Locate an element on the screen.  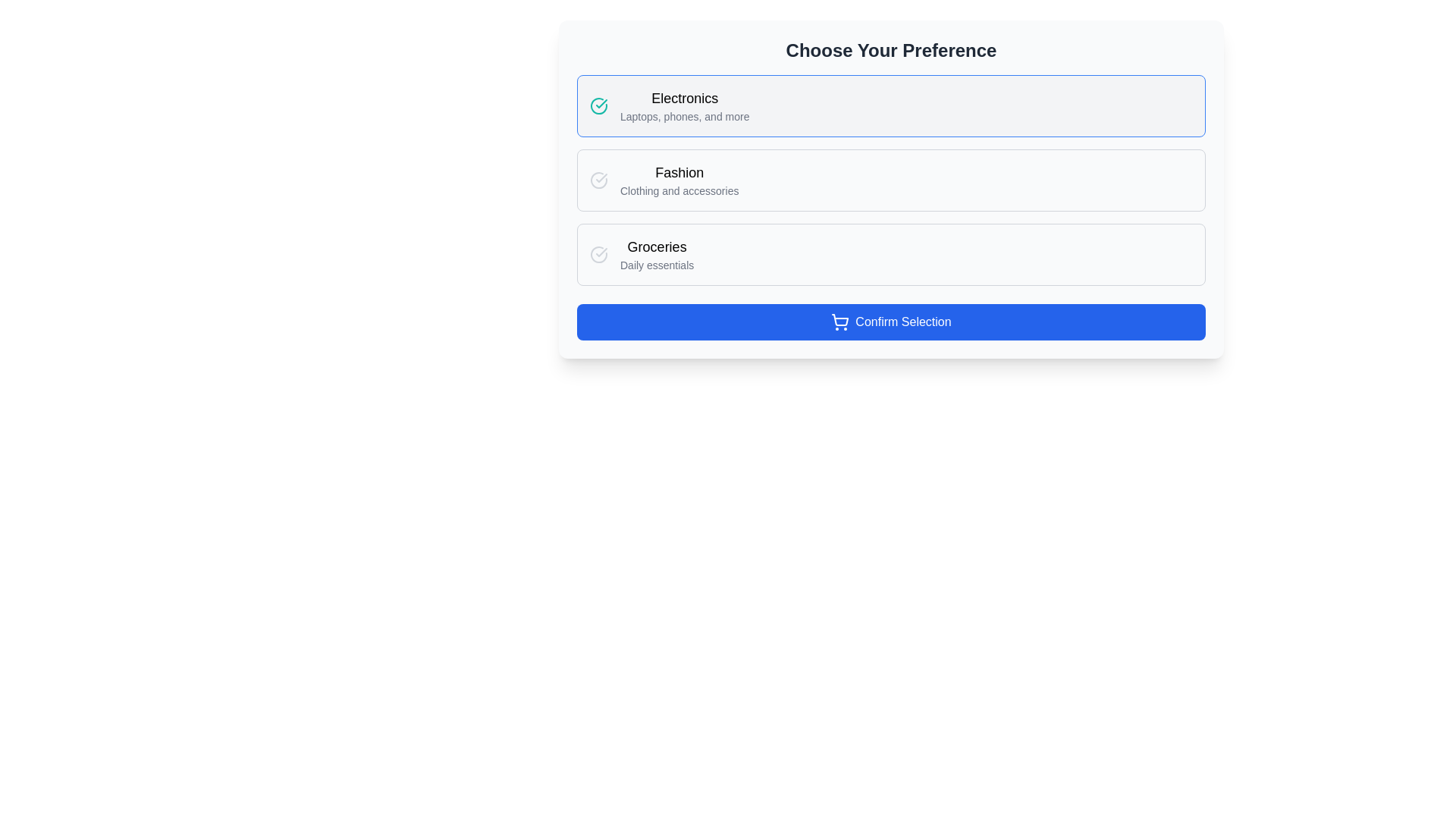
keyboard navigation is located at coordinates (679, 180).